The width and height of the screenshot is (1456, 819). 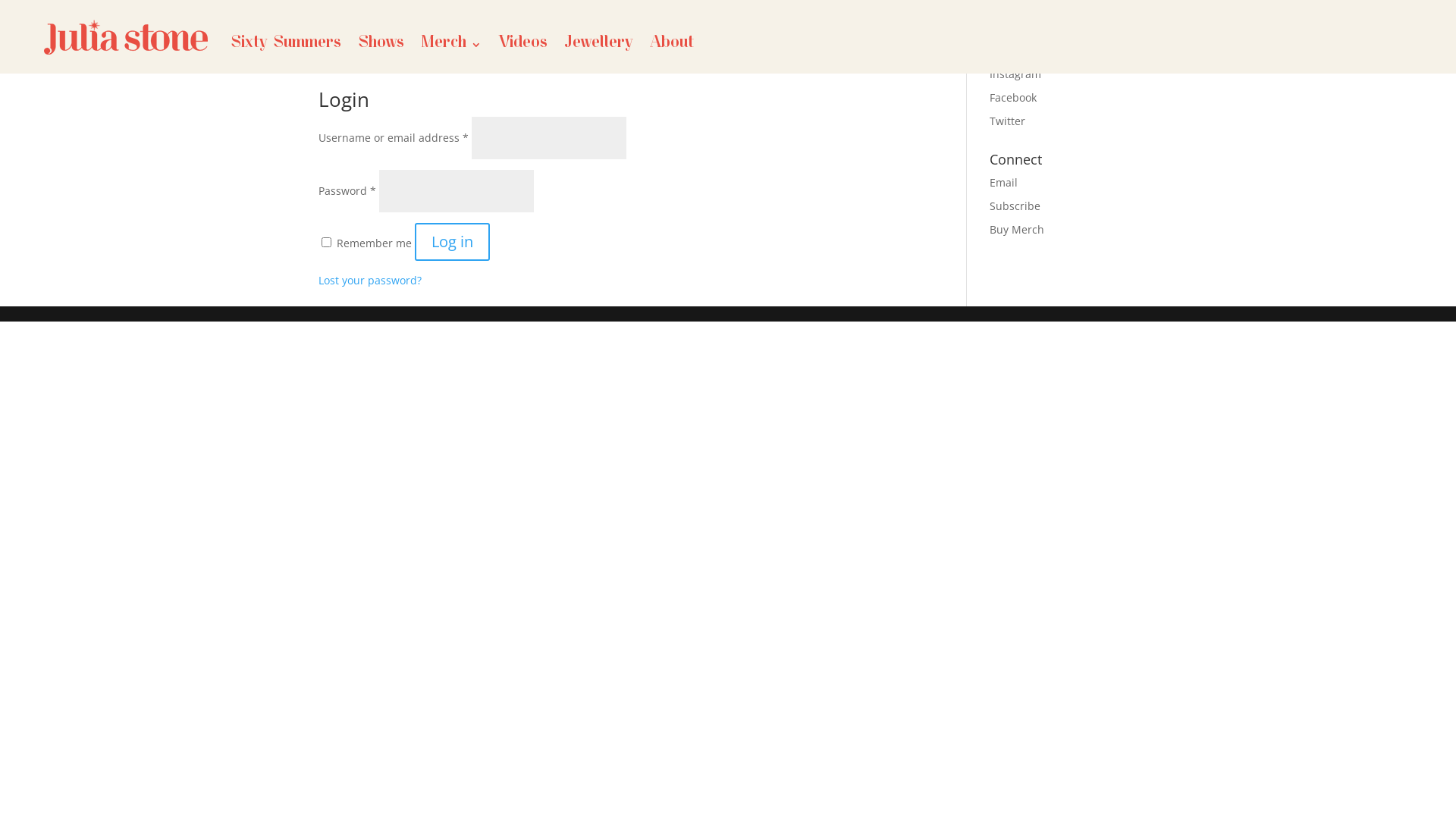 What do you see at coordinates (1003, 181) in the screenshot?
I see `'Email'` at bounding box center [1003, 181].